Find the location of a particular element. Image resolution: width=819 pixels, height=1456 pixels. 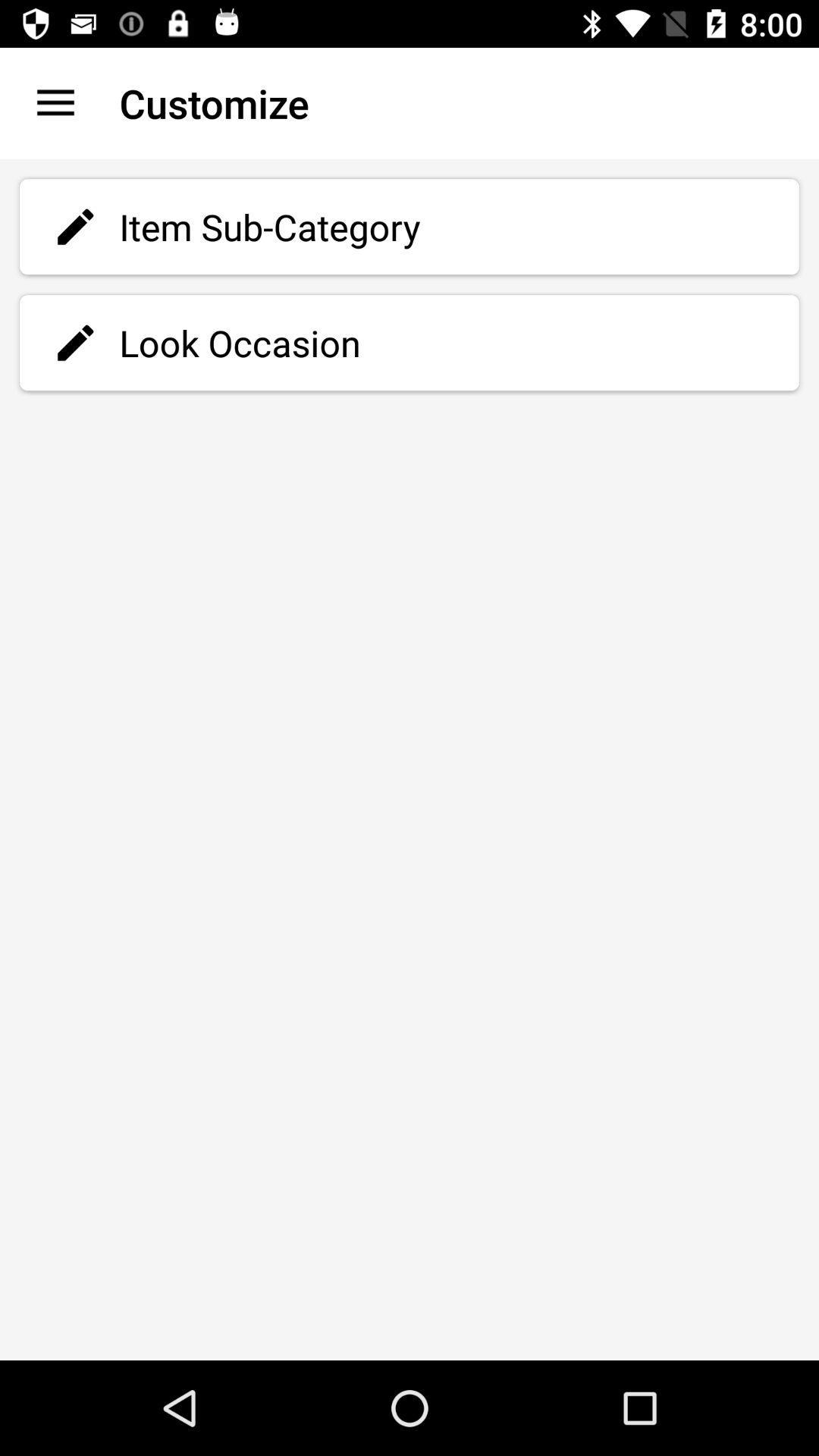

the item above the look occasion icon is located at coordinates (409, 226).